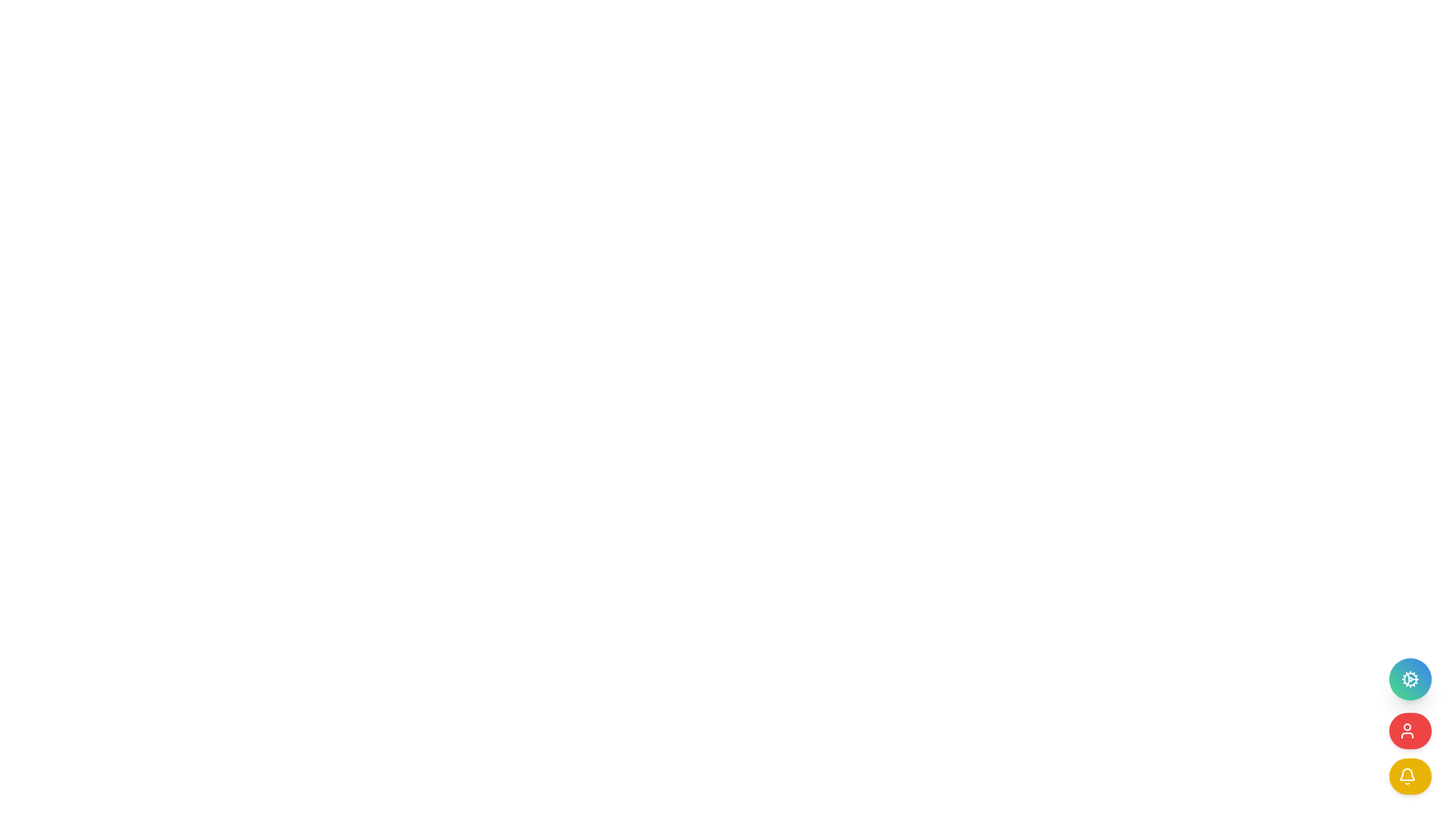 This screenshot has height=819, width=1456. What do you see at coordinates (1407, 730) in the screenshot?
I see `the user-related functionalities icon located within the second circular button in a vertical list of three buttons, situated between a blue gear icon button above and a yellow bell icon button below` at bounding box center [1407, 730].